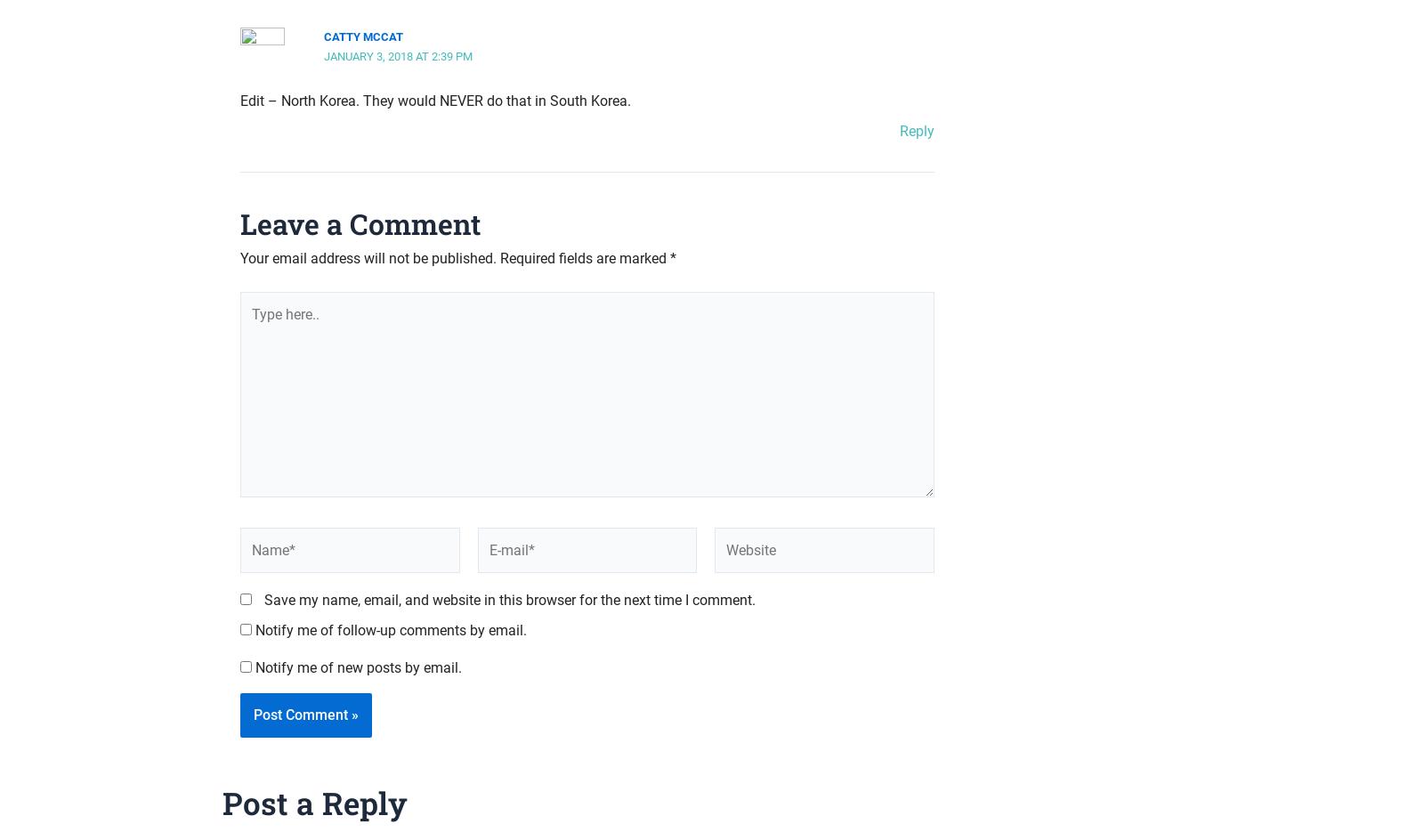  Describe the element at coordinates (434, 100) in the screenshot. I see `'Edit – North Korea. They would NEVER do that in South Korea.'` at that location.